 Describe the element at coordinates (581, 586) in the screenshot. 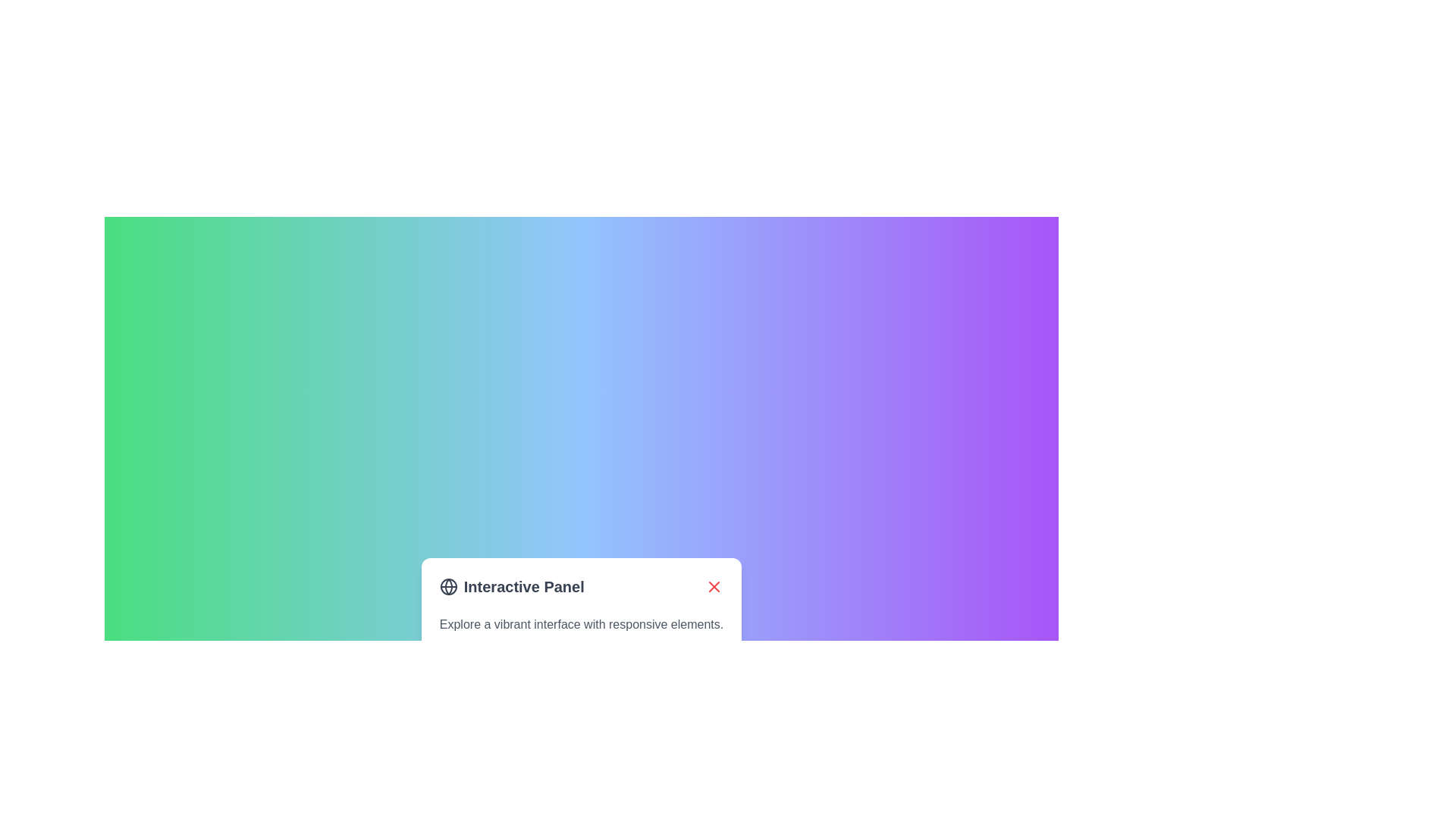

I see `the globe icon located in the header of the Interactive Panel, which includes a title and a close button on the right` at that location.